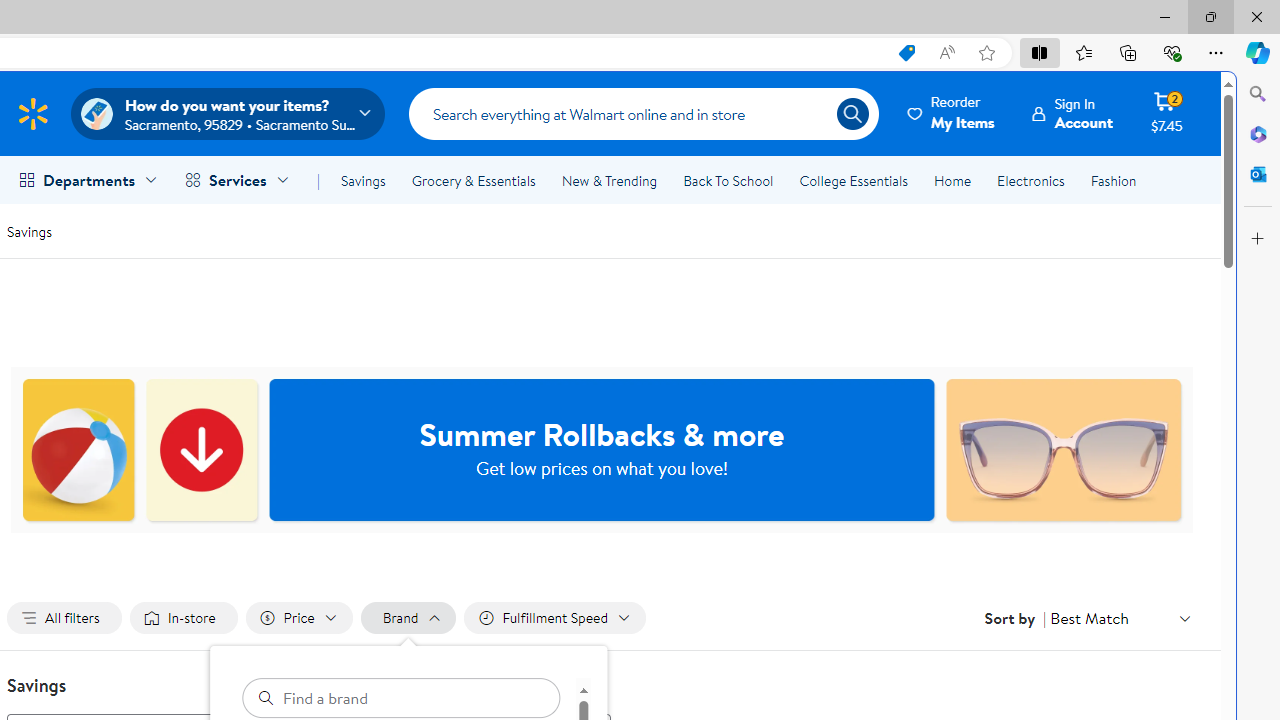 The image size is (1280, 720). Describe the element at coordinates (1112, 181) in the screenshot. I see `'Fashion'` at that location.